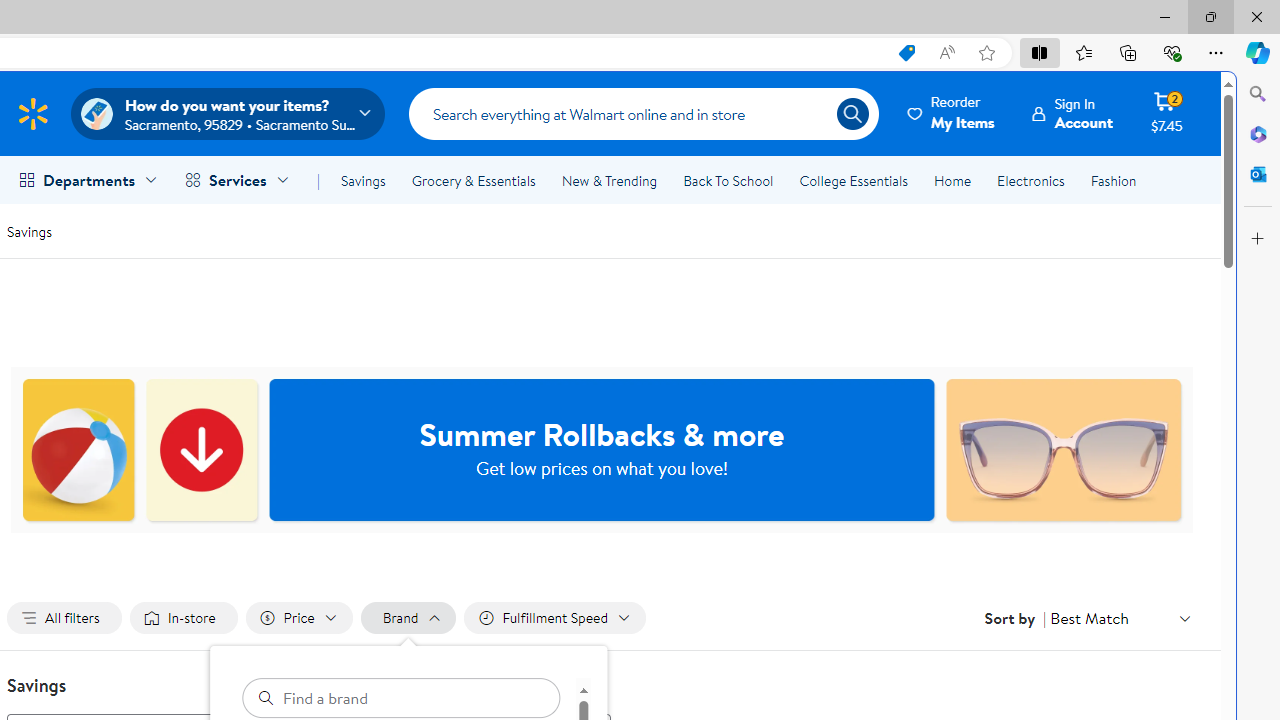 The image size is (1280, 720). Describe the element at coordinates (1112, 181) in the screenshot. I see `'Fashion'` at that location.